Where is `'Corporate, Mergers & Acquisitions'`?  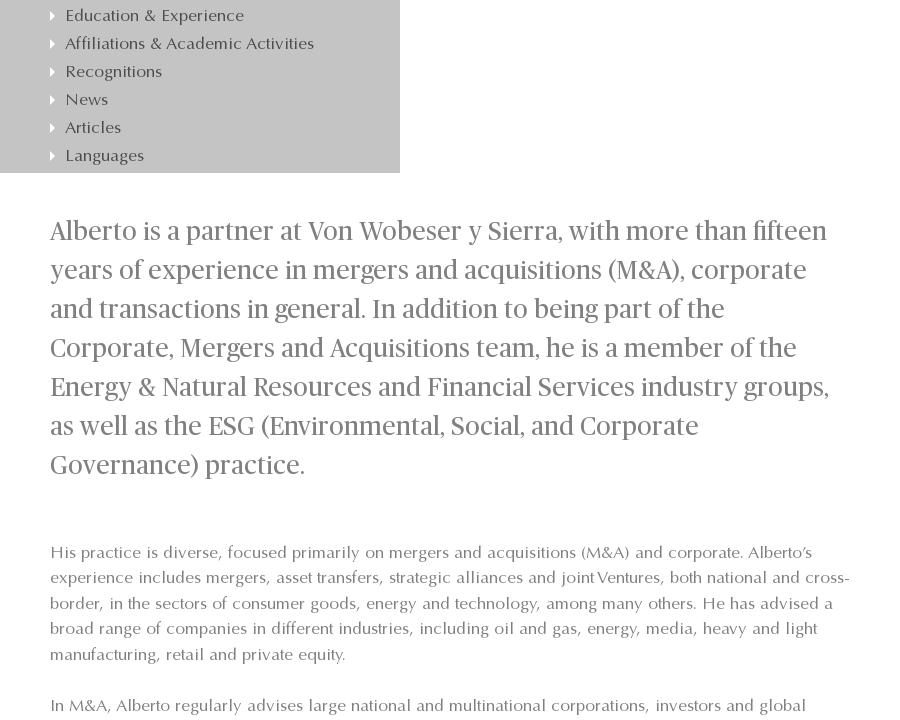
'Corporate, Mergers & Acquisitions' is located at coordinates (217, 21).